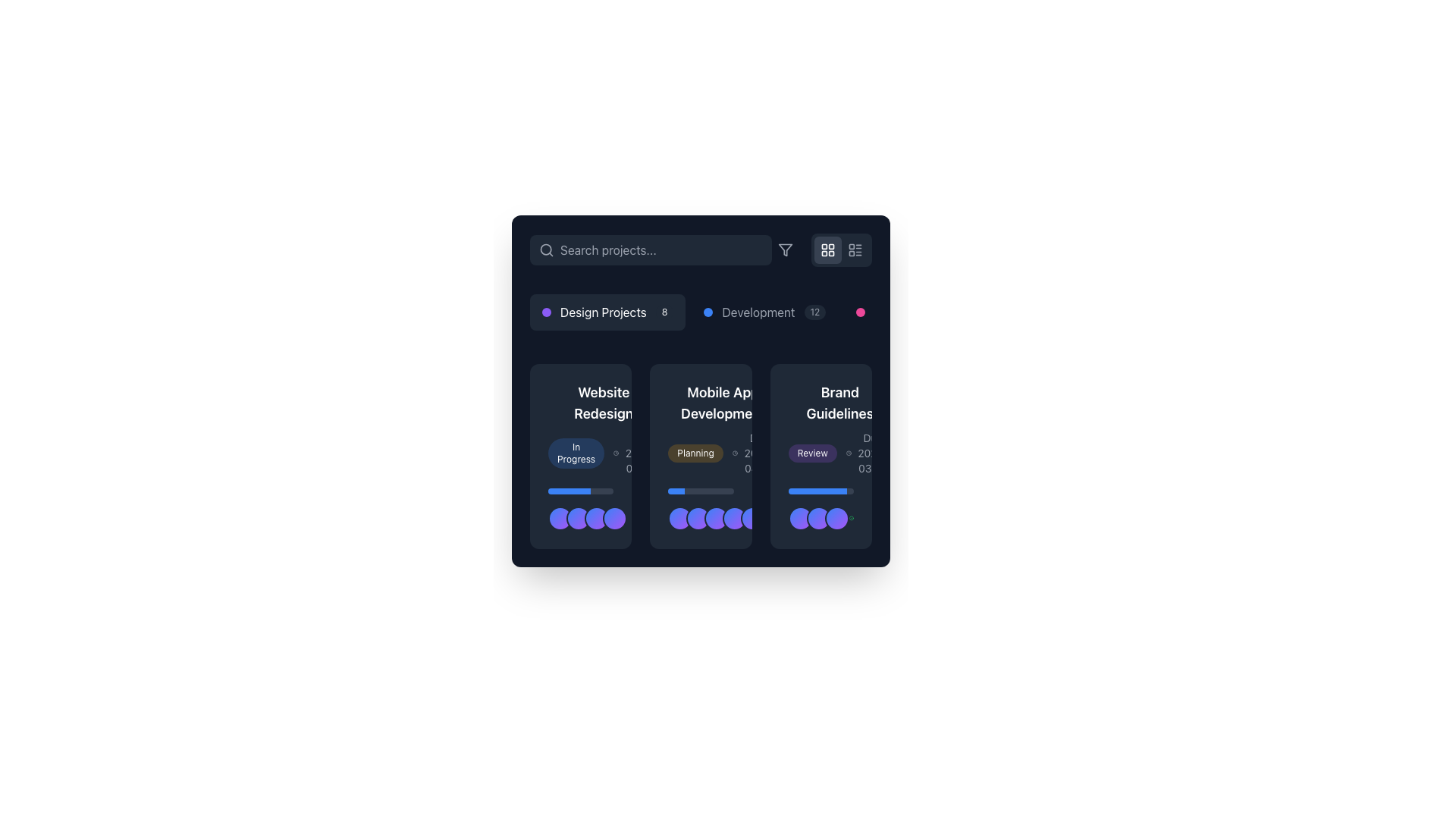  Describe the element at coordinates (839, 452) in the screenshot. I see `the 'Review' label with a purple background and white text, located below the card title in the 'Brand Guidelines' card` at that location.